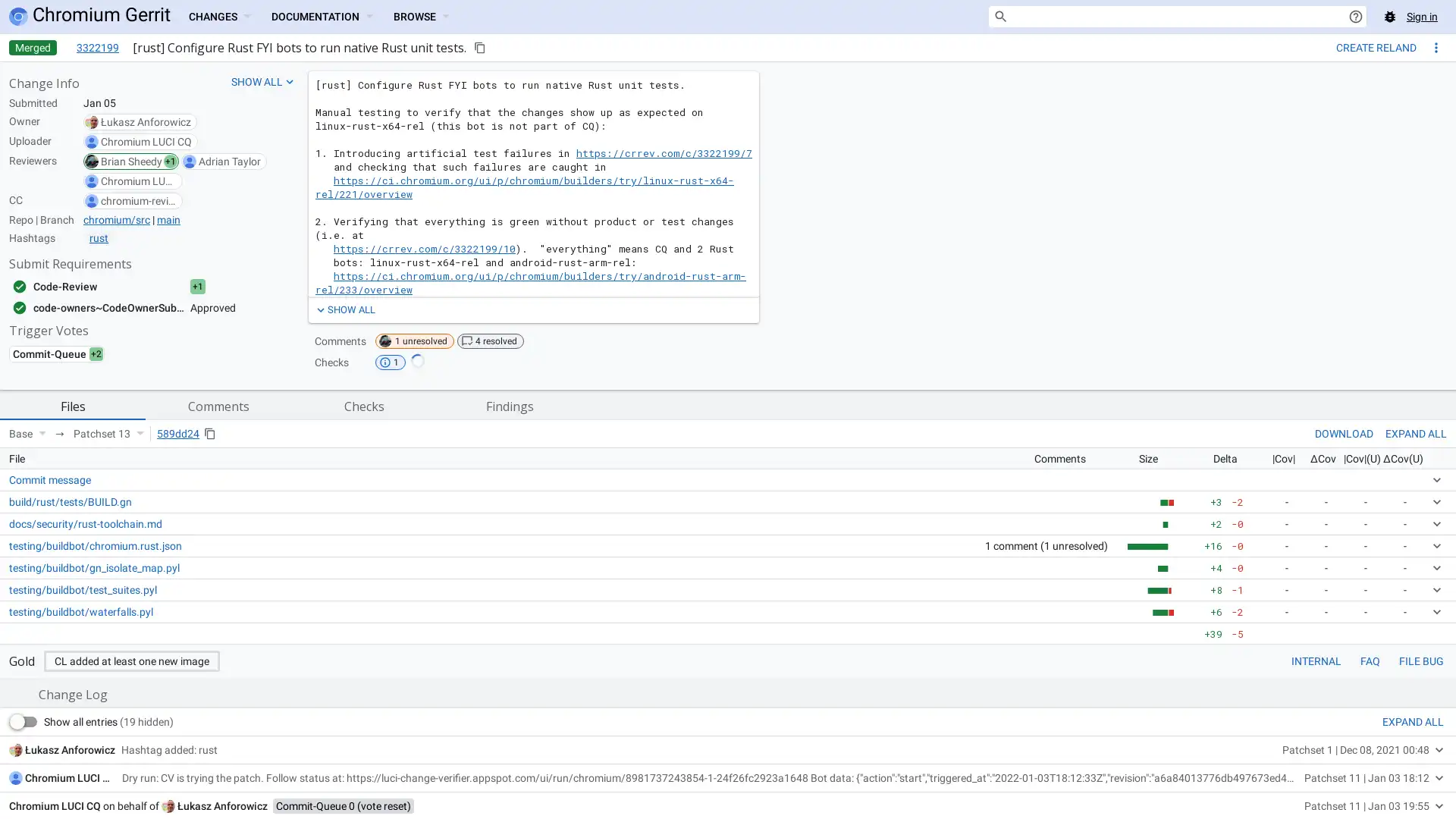 The image size is (1456, 819). What do you see at coordinates (1436, 46) in the screenshot?
I see `More` at bounding box center [1436, 46].